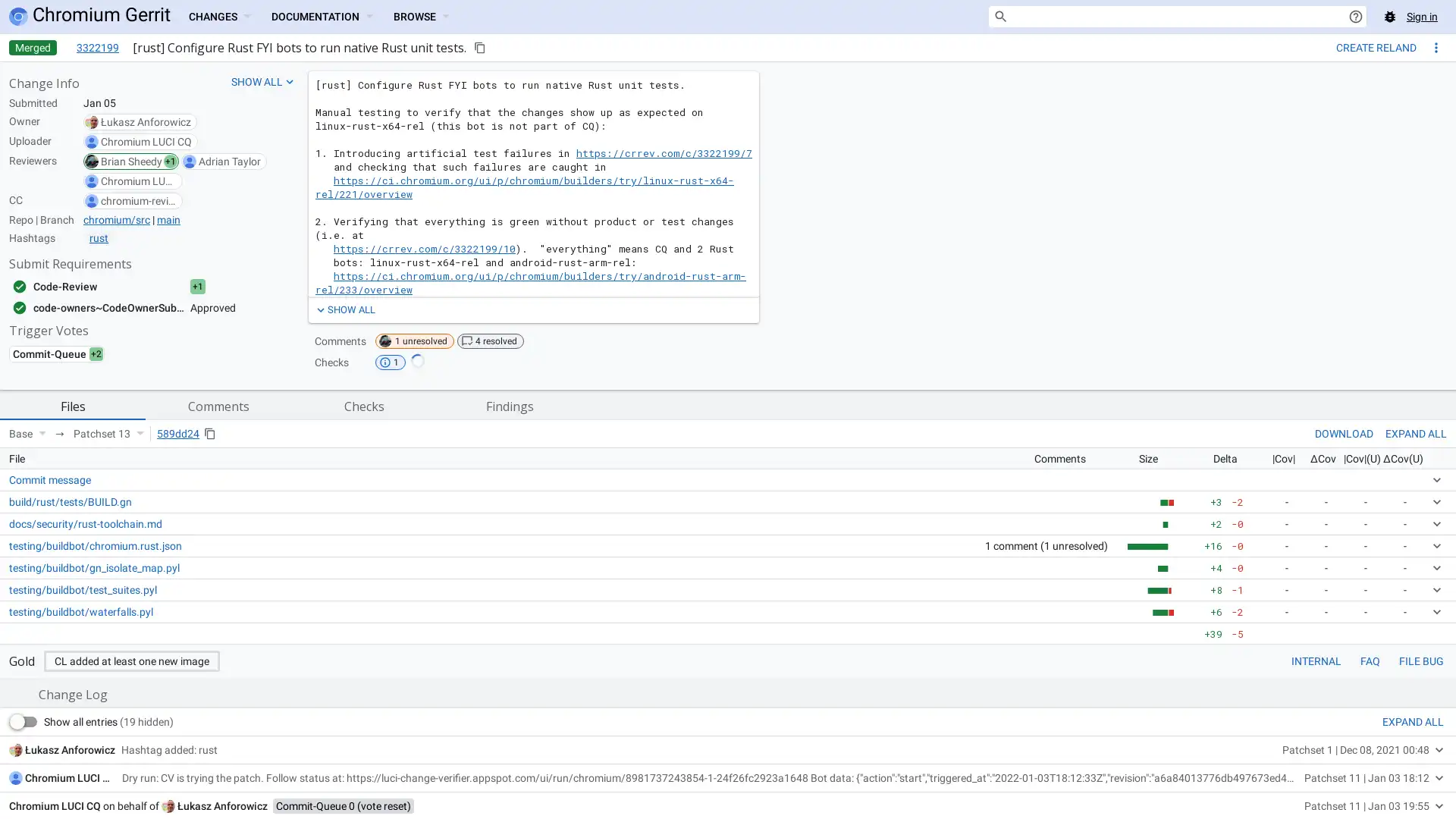 The image size is (1456, 819). What do you see at coordinates (1436, 46) in the screenshot?
I see `More` at bounding box center [1436, 46].